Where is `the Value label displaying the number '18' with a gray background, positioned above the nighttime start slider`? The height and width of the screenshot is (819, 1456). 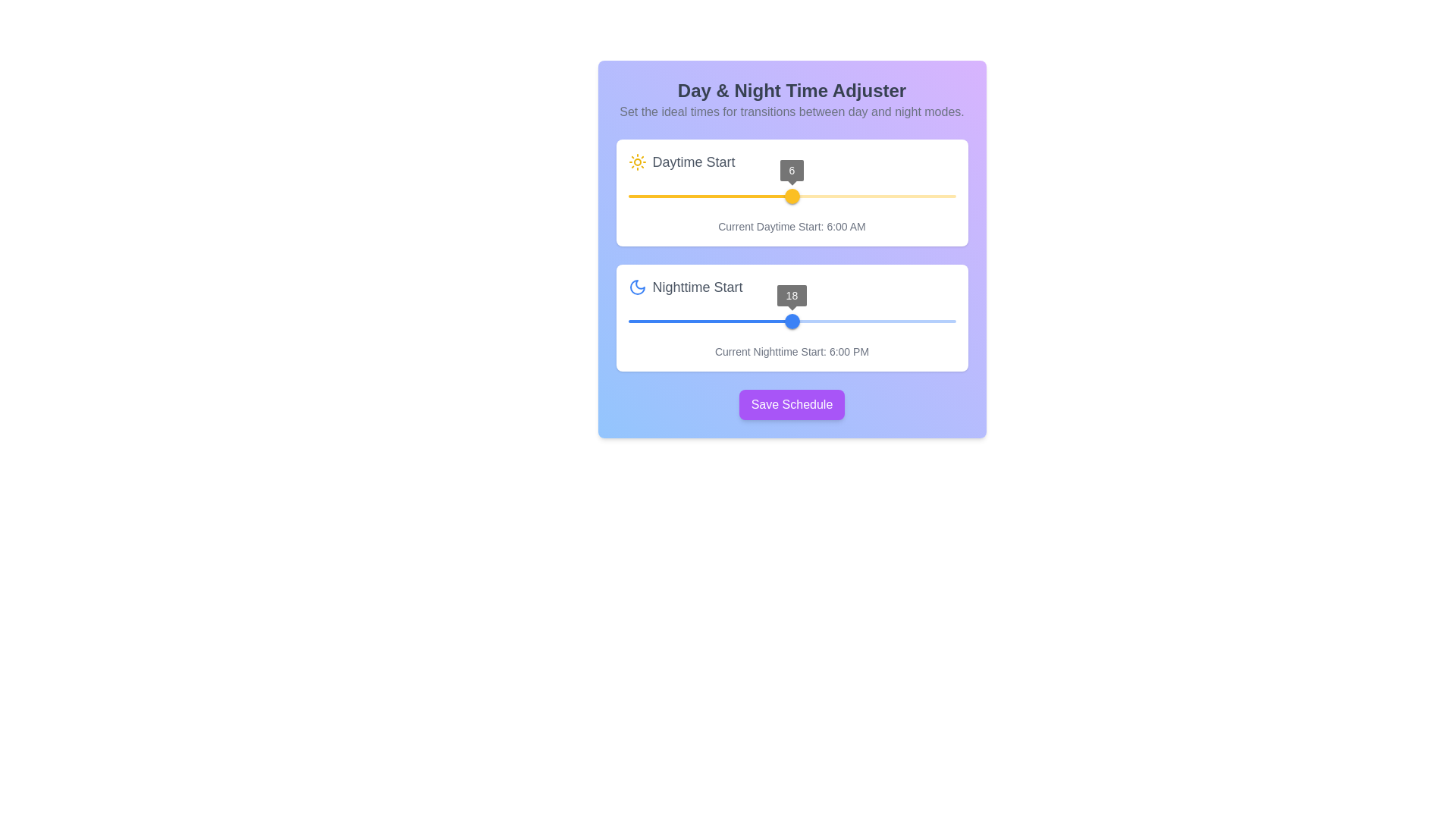 the Value label displaying the number '18' with a gray background, positioned above the nighttime start slider is located at coordinates (791, 295).